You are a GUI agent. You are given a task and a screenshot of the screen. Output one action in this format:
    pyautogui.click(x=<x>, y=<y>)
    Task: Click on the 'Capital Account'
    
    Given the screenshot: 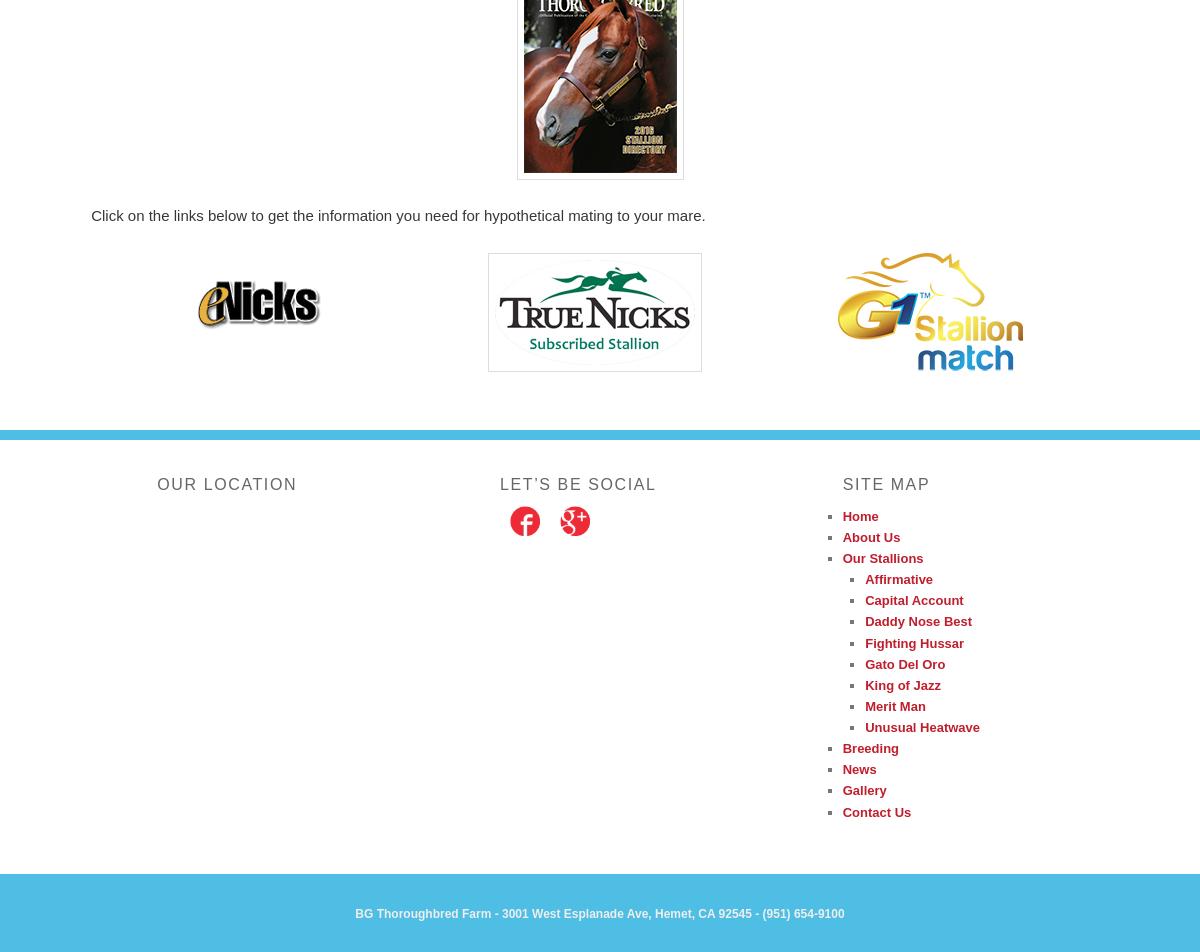 What is the action you would take?
    pyautogui.click(x=914, y=600)
    